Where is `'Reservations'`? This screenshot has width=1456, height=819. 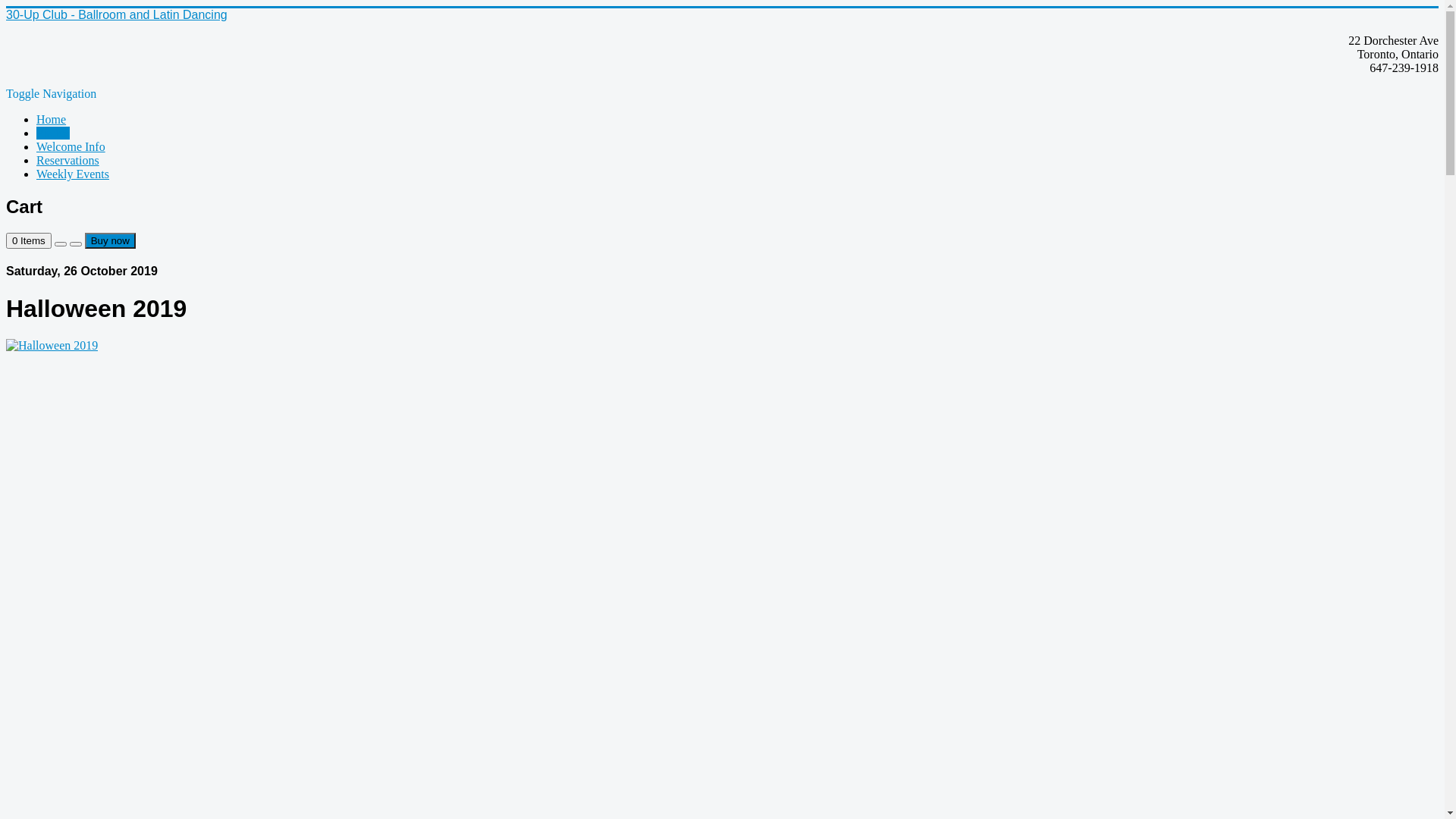 'Reservations' is located at coordinates (67, 160).